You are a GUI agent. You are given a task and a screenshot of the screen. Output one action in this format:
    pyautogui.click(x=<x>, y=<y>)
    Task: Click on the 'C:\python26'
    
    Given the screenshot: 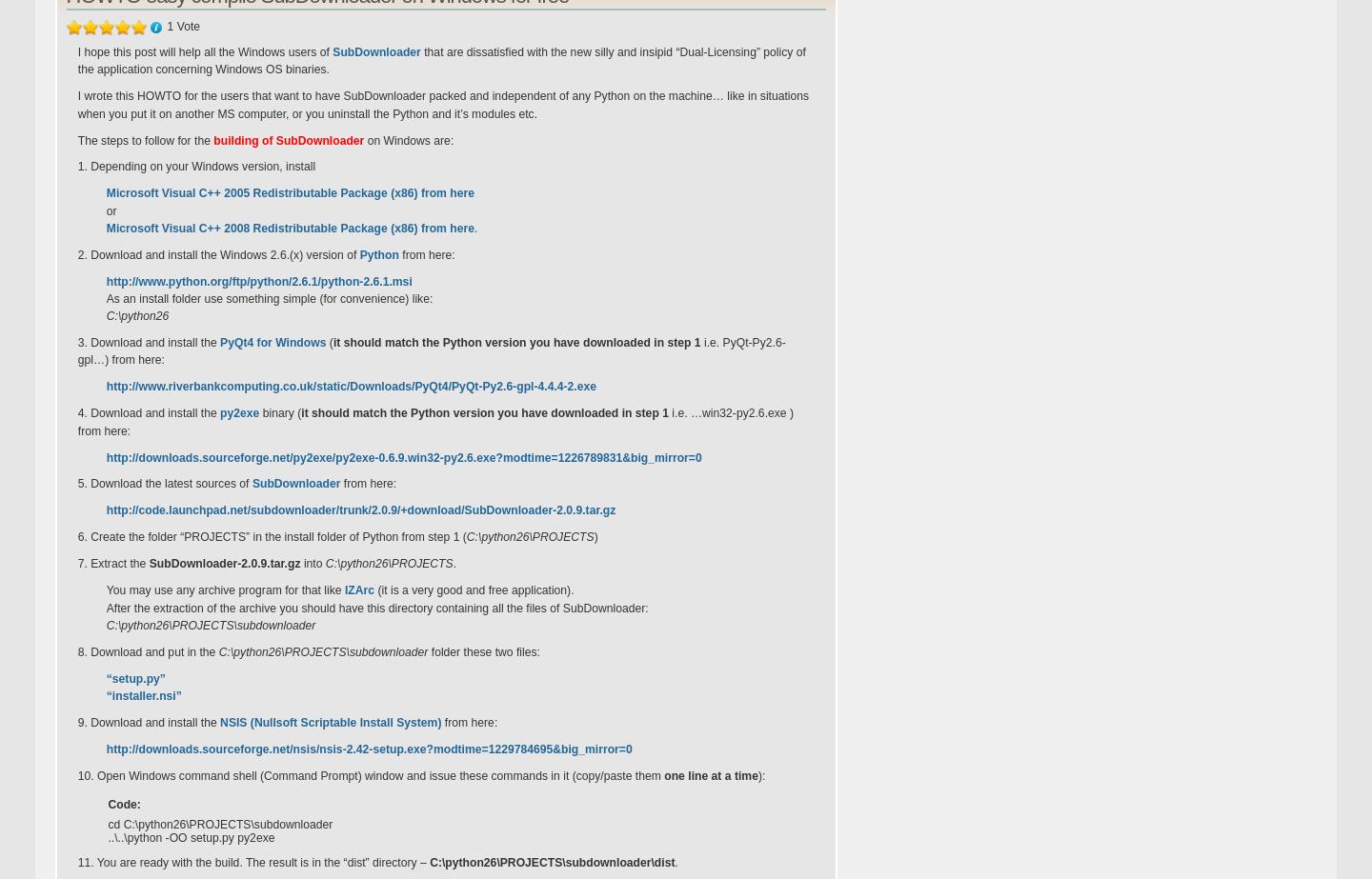 What is the action you would take?
    pyautogui.click(x=136, y=316)
    